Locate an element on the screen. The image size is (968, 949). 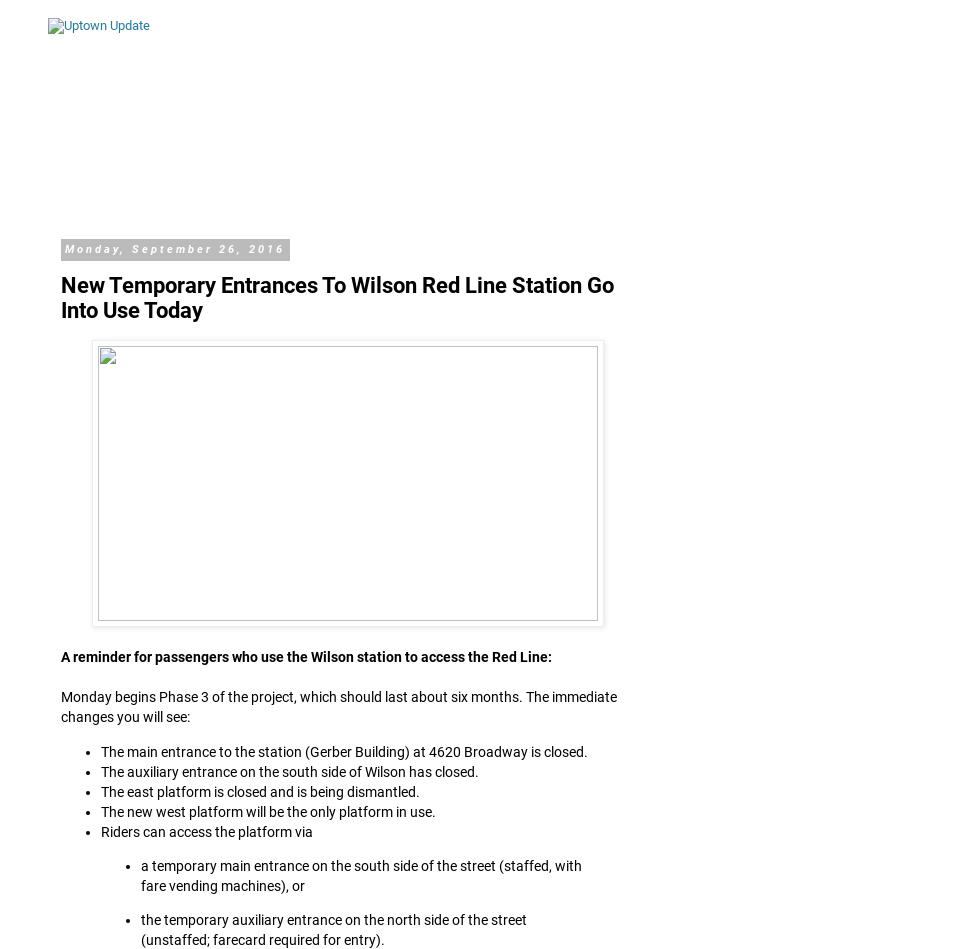
'The east platform is closed and is being dismantled.' is located at coordinates (260, 790).